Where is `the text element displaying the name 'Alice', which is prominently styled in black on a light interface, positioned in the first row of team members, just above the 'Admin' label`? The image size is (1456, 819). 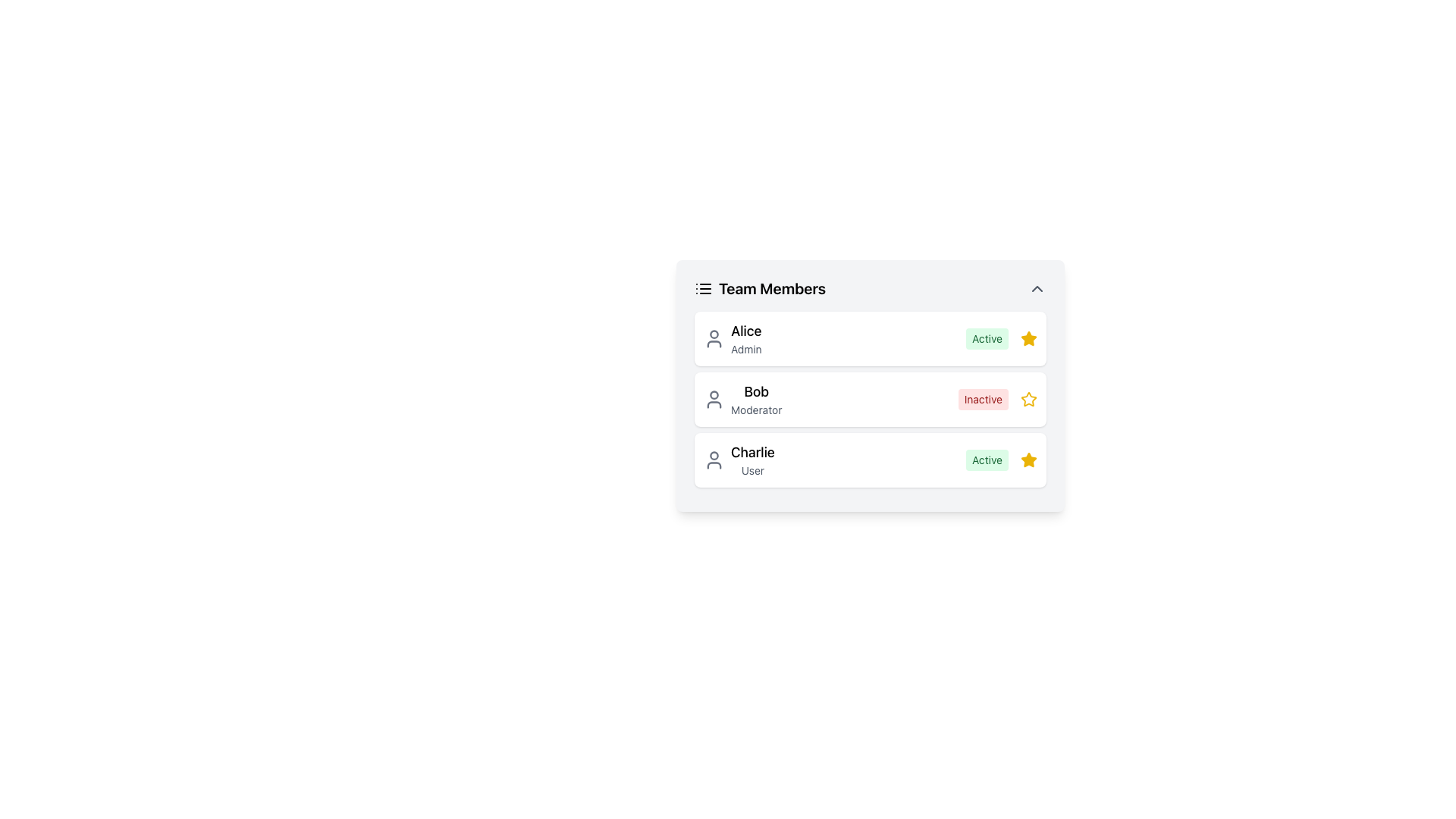 the text element displaying the name 'Alice', which is prominently styled in black on a light interface, positioned in the first row of team members, just above the 'Admin' label is located at coordinates (746, 330).